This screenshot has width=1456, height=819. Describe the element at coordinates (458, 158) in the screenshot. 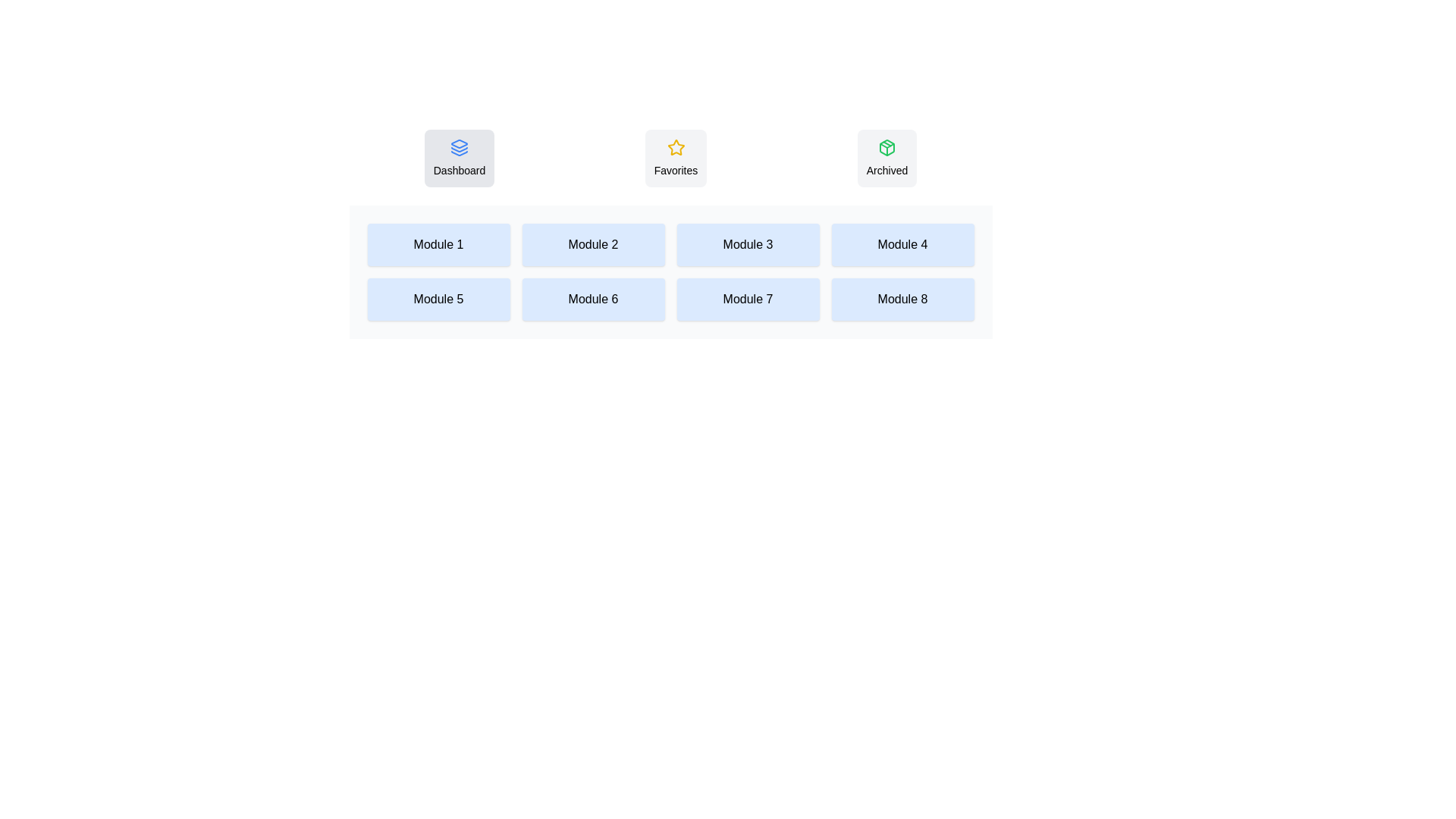

I see `the Dashboard tab by clicking its button` at that location.